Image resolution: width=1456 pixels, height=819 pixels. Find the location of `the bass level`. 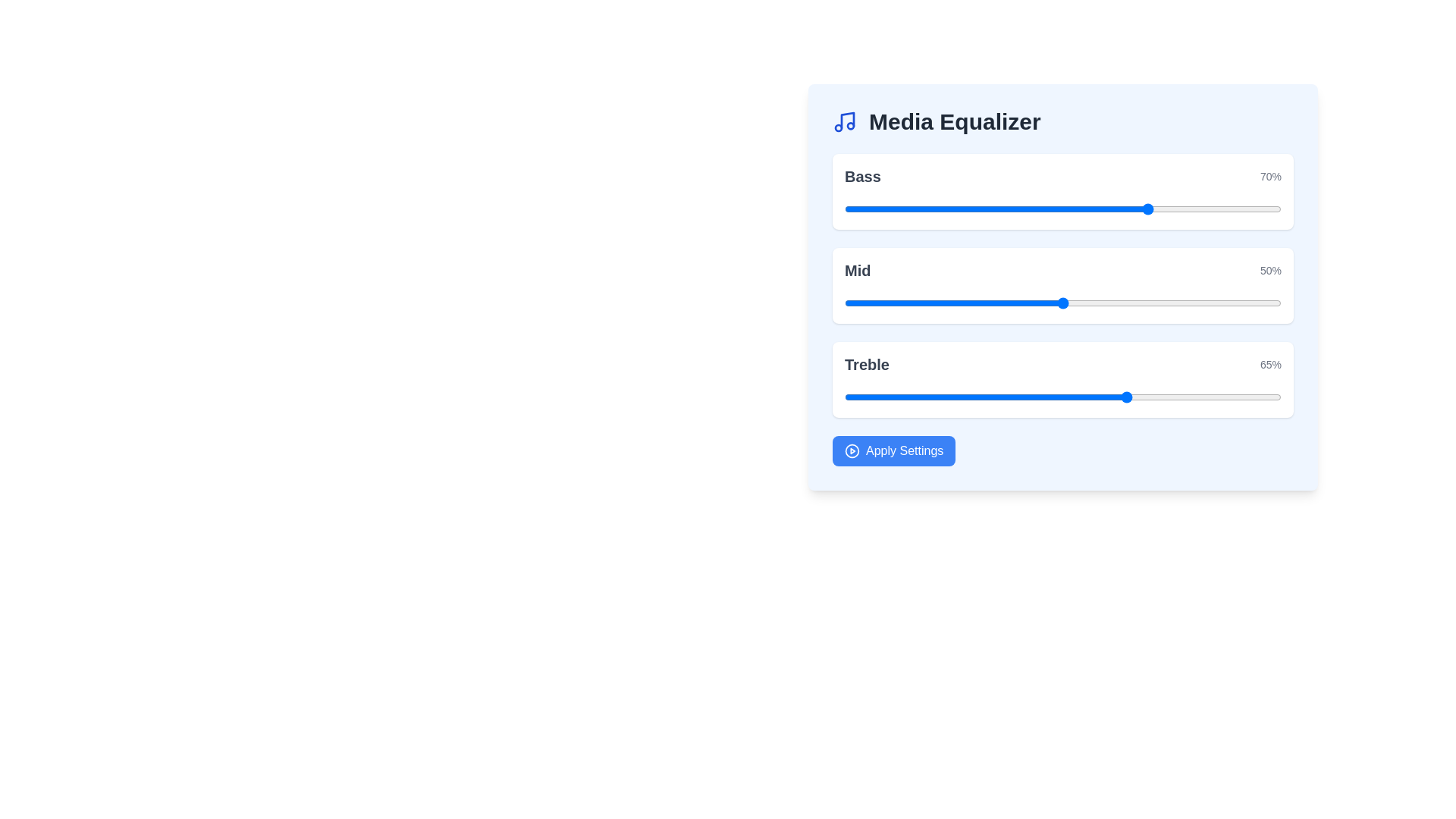

the bass level is located at coordinates (940, 206).